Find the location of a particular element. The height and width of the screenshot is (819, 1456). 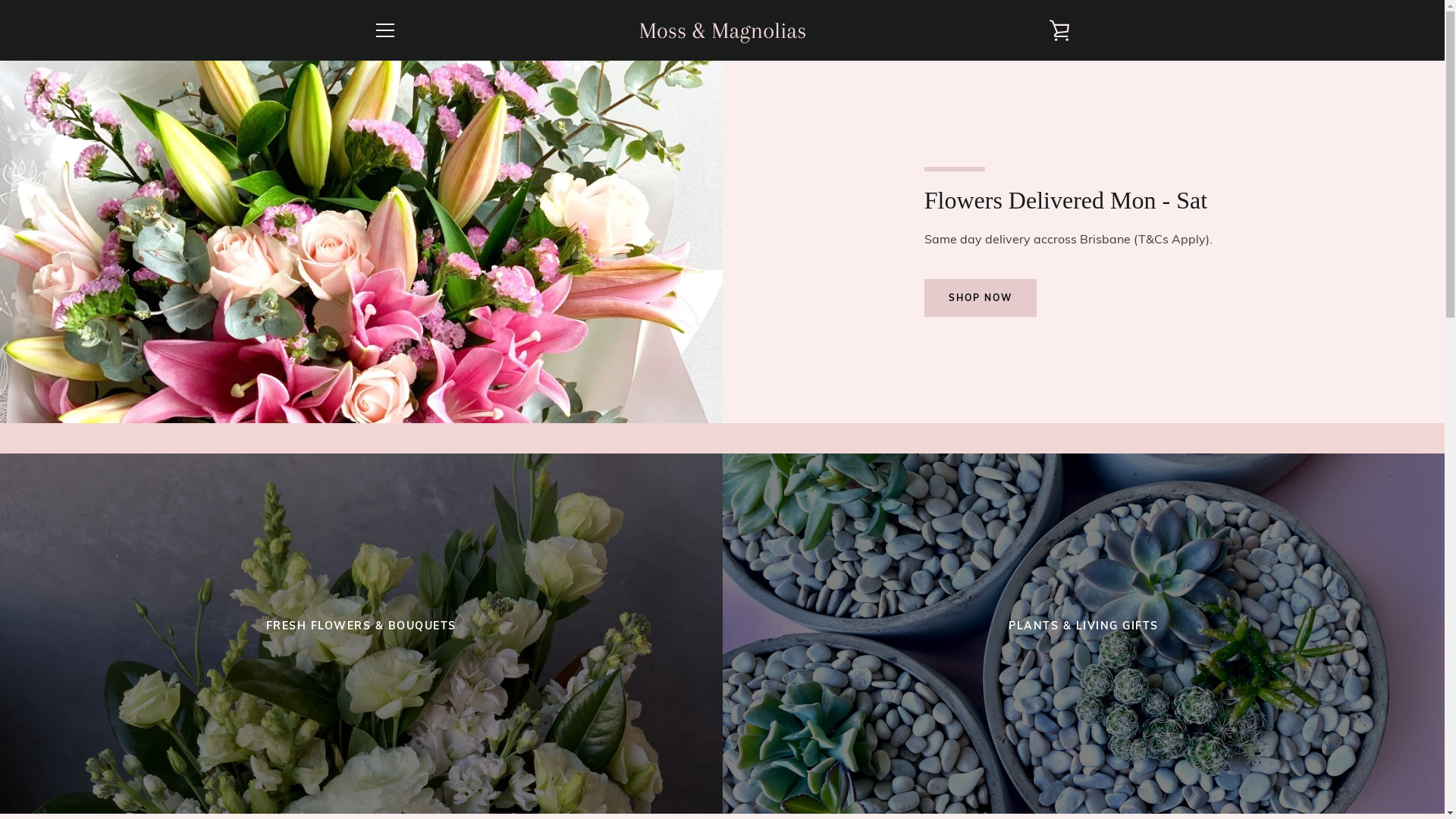

'MENU' is located at coordinates (384, 30).